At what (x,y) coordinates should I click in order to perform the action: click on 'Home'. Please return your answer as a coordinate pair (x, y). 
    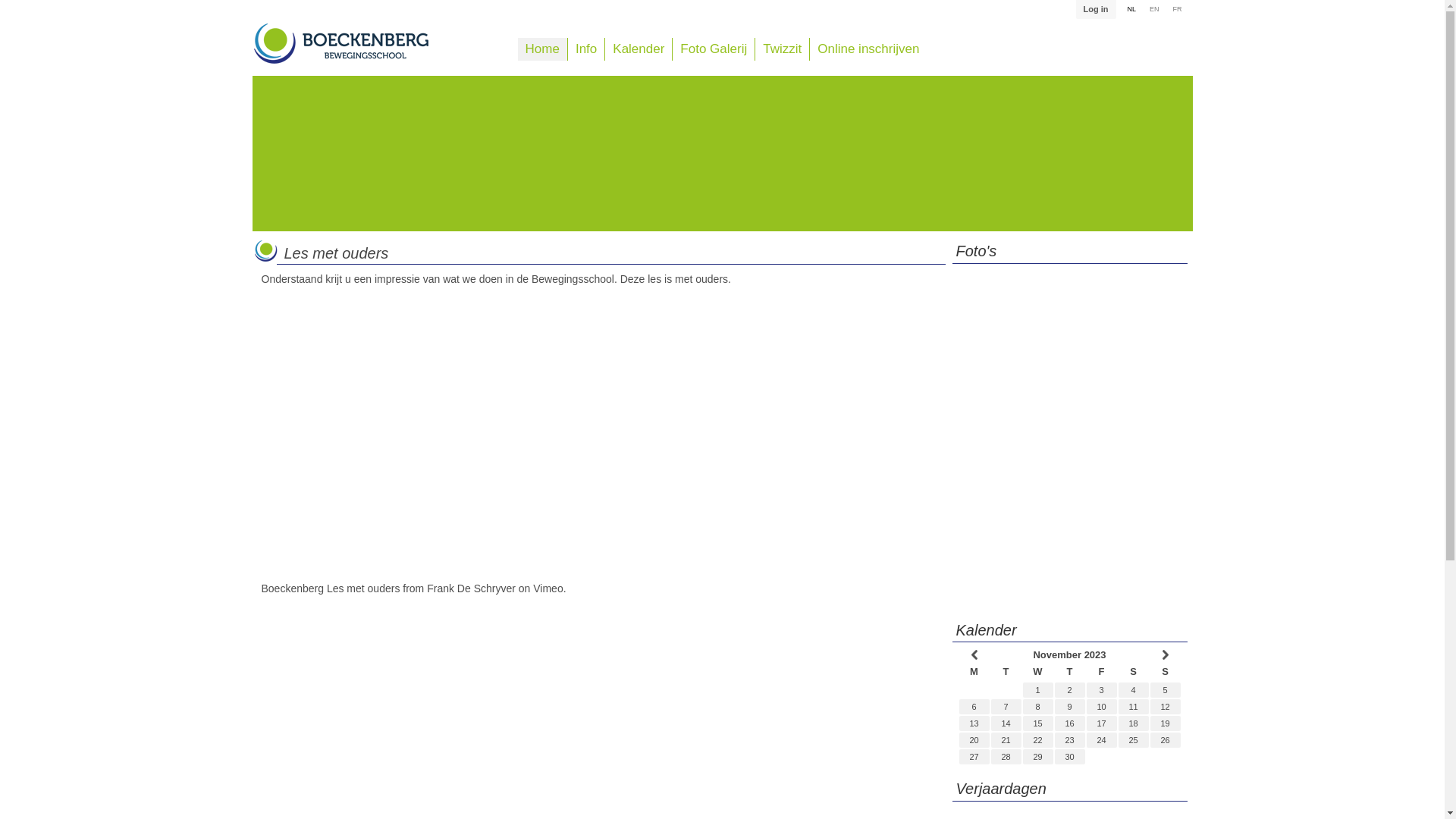
    Looking at the image, I should click on (542, 49).